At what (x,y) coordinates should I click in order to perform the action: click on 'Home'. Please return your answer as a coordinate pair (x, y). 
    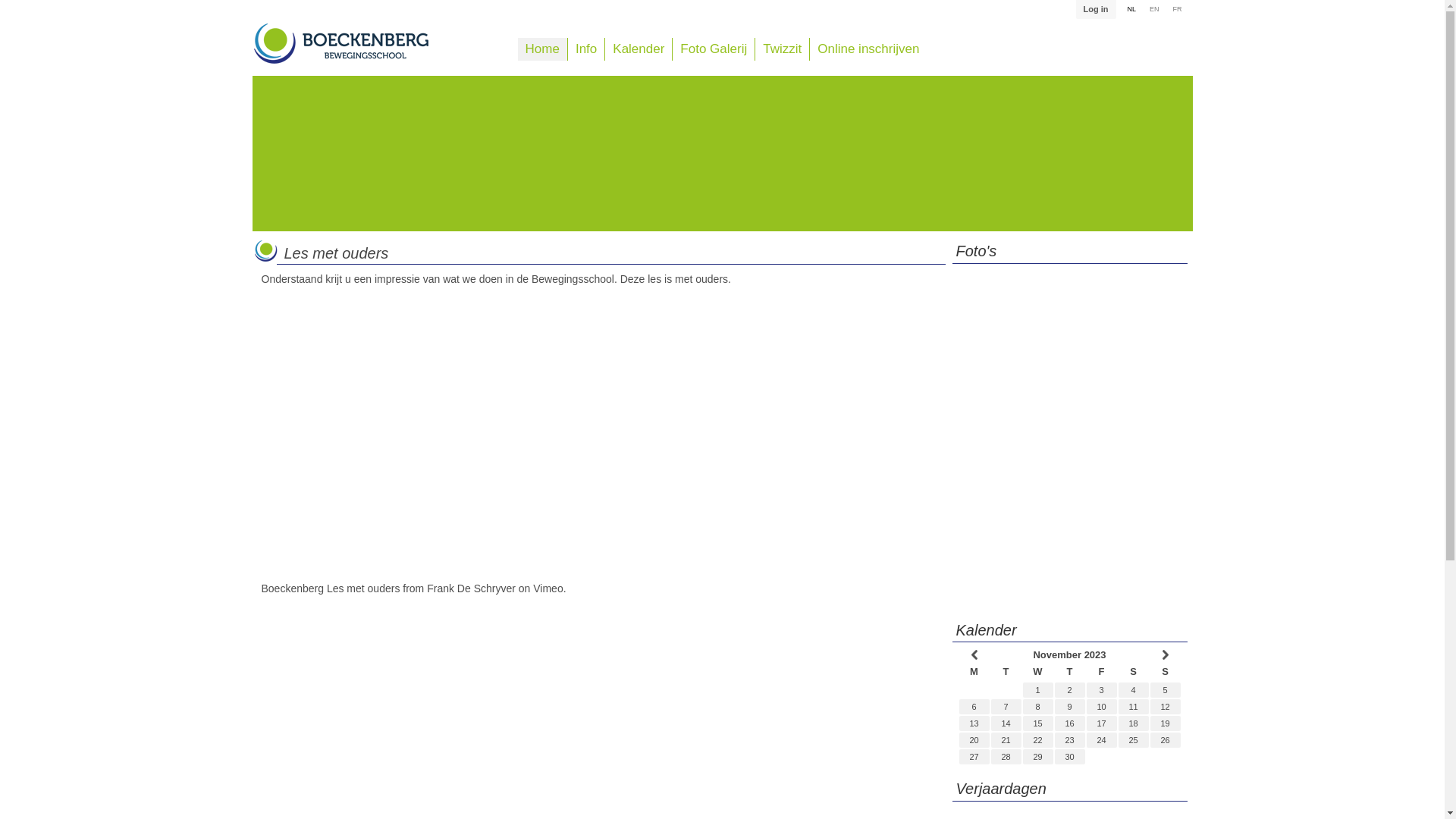
    Looking at the image, I should click on (542, 49).